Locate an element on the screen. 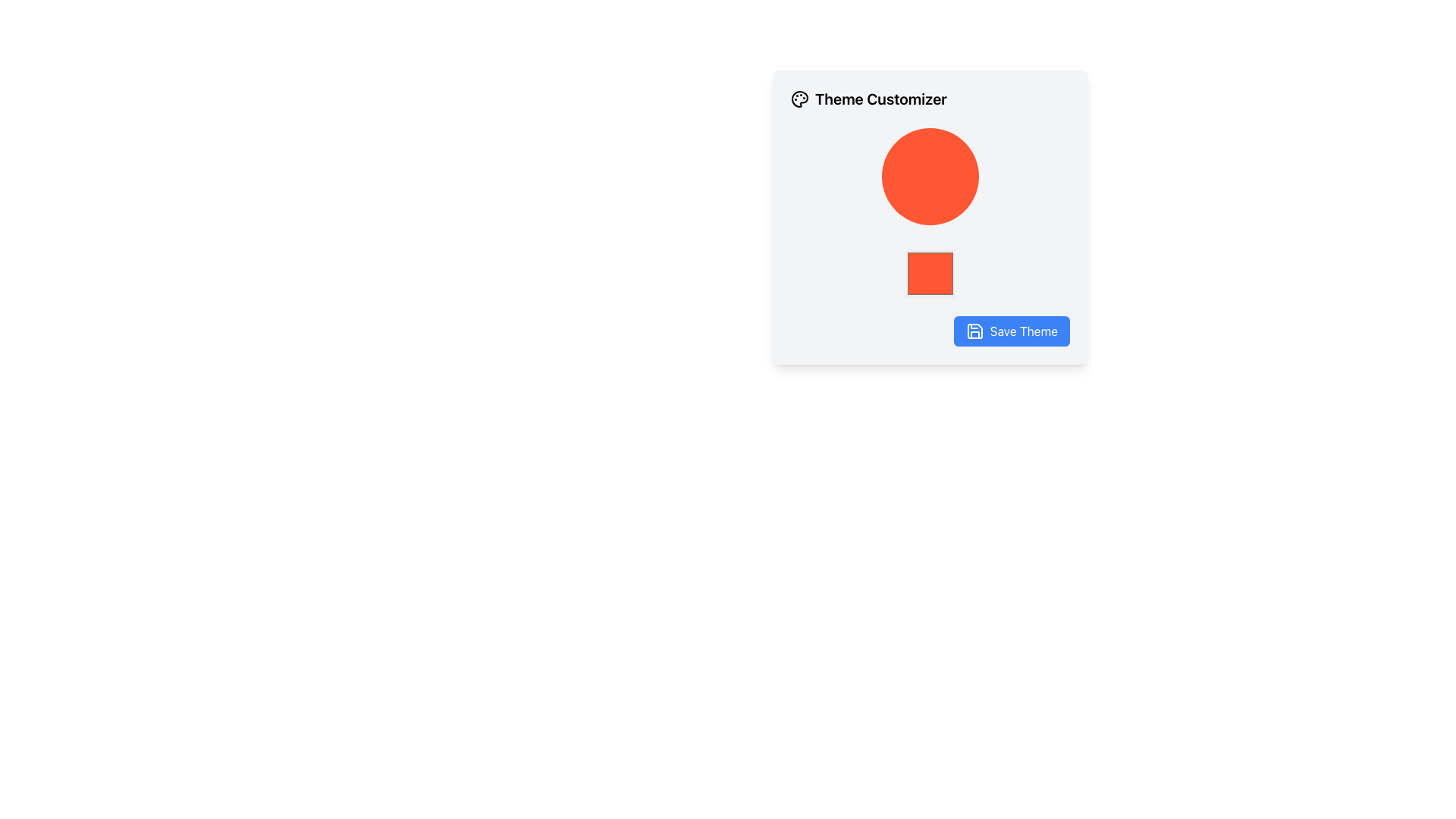 Image resolution: width=1456 pixels, height=819 pixels. the theme customization icon located at the left of the header section labeled 'Theme Customizer' is located at coordinates (799, 99).